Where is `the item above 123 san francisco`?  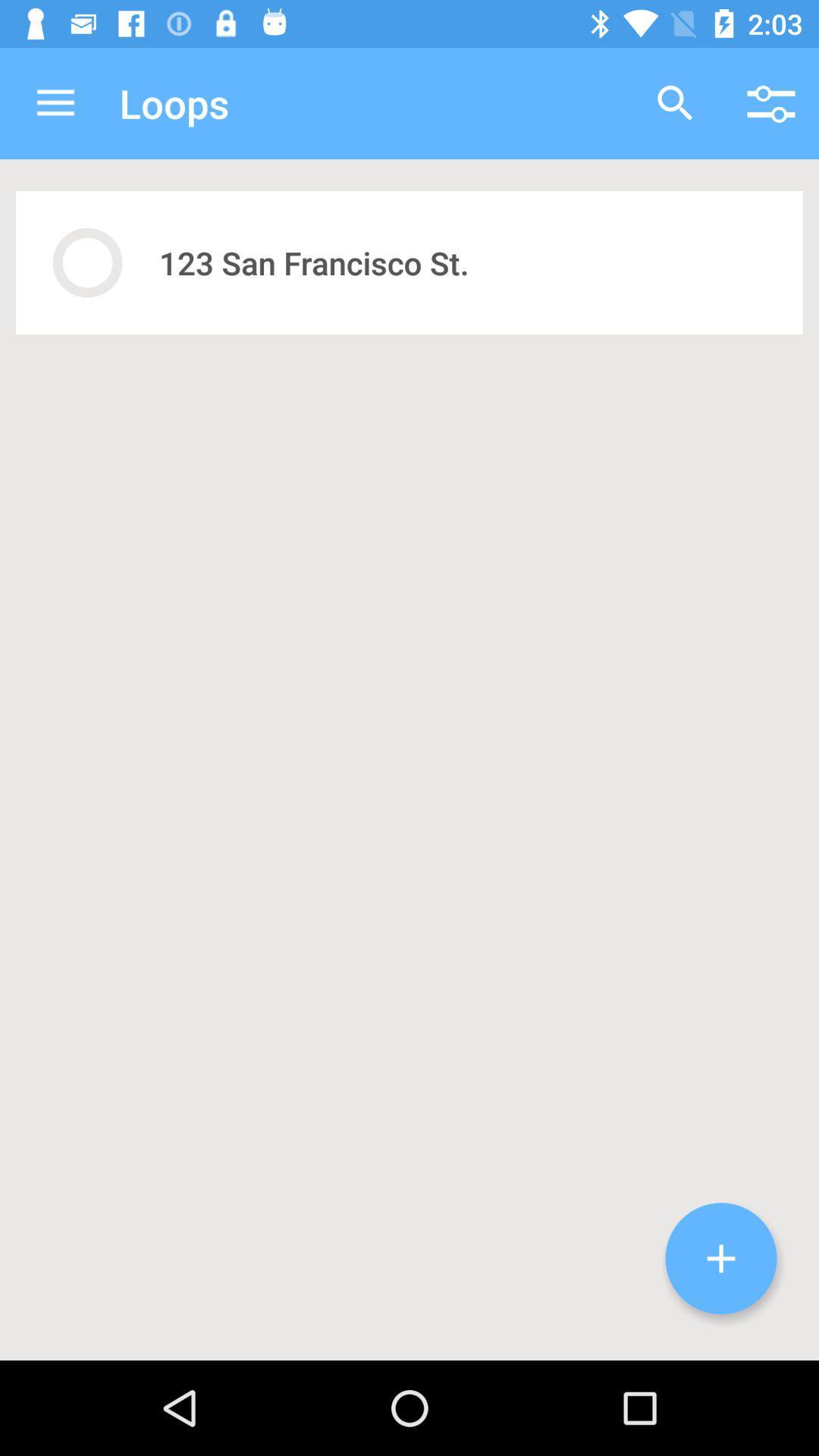 the item above 123 san francisco is located at coordinates (675, 102).